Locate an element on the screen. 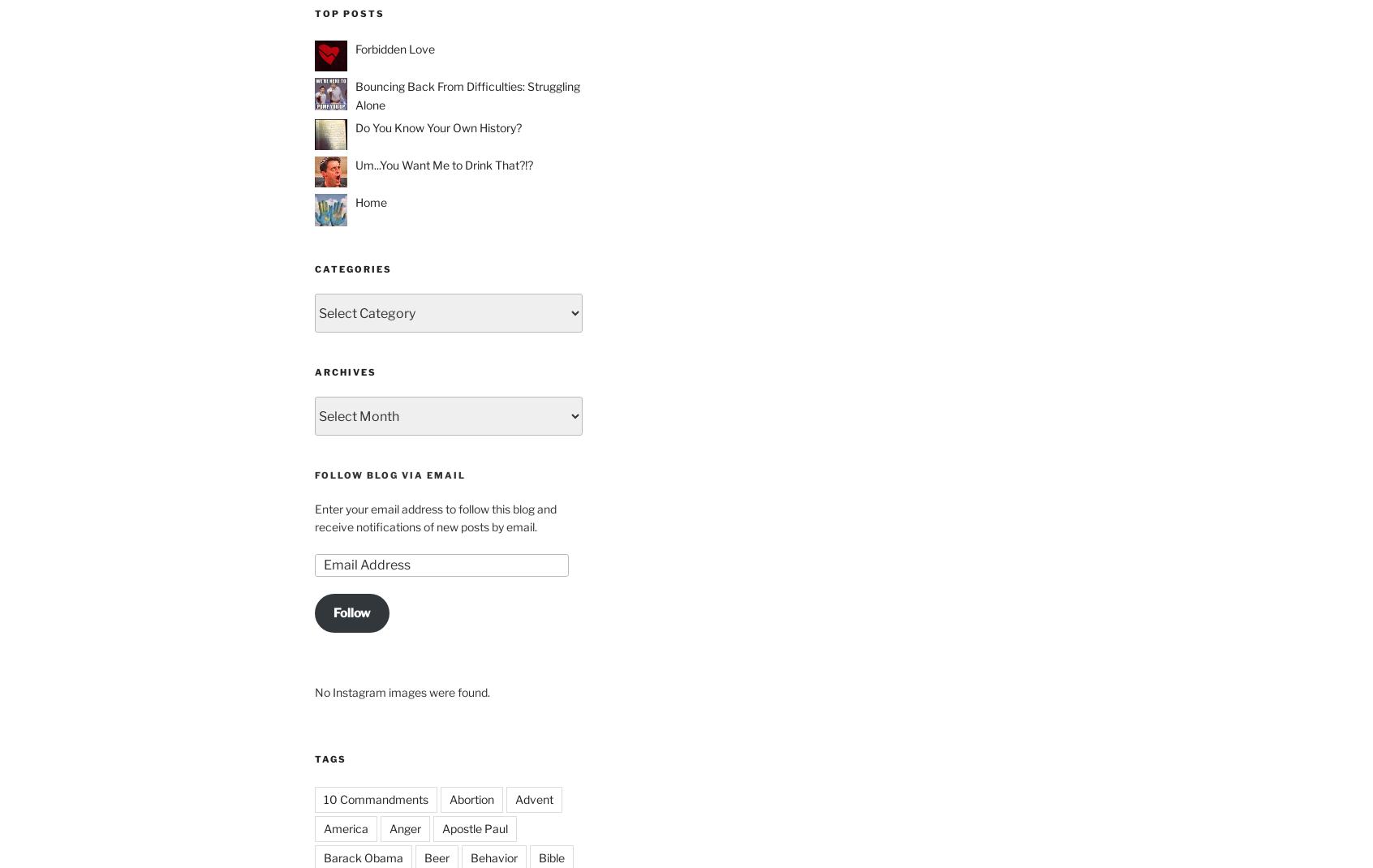 This screenshot has width=1373, height=868. 'Enter your email address to follow this blog and receive notifications of new posts by email.' is located at coordinates (436, 518).